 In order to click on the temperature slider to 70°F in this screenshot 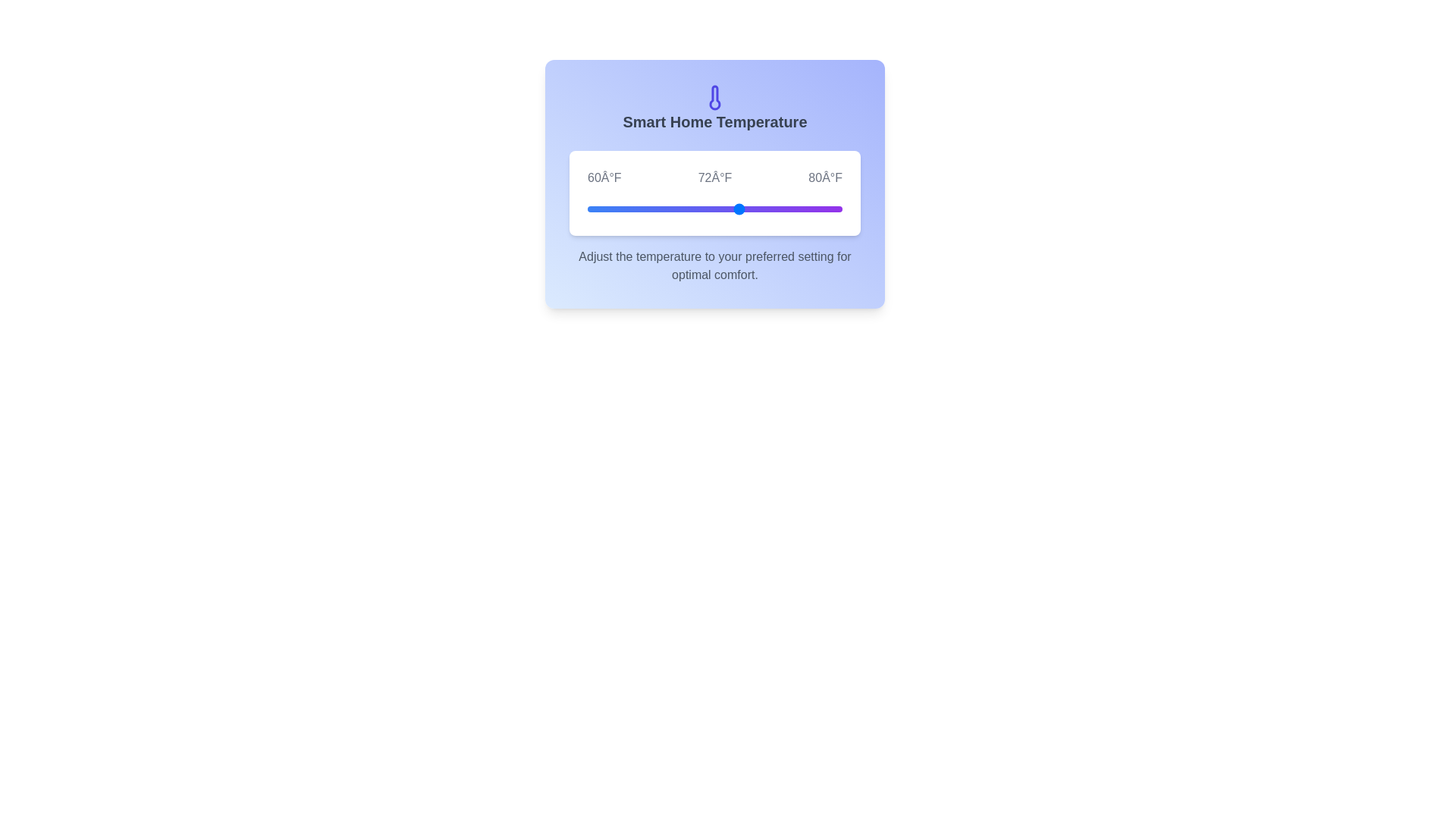, I will do `click(714, 209)`.